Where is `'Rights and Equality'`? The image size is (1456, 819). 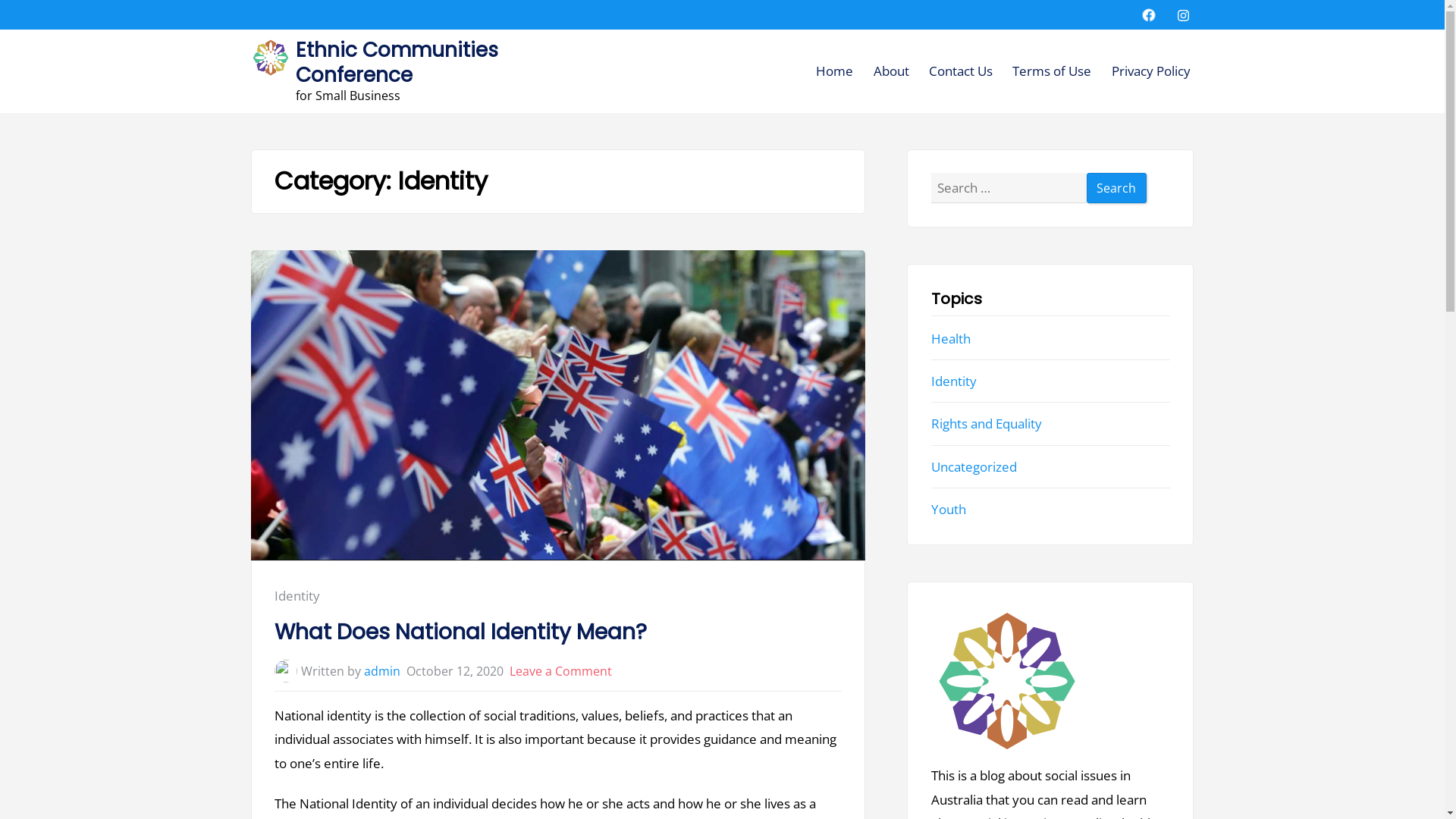
'Rights and Equality' is located at coordinates (986, 423).